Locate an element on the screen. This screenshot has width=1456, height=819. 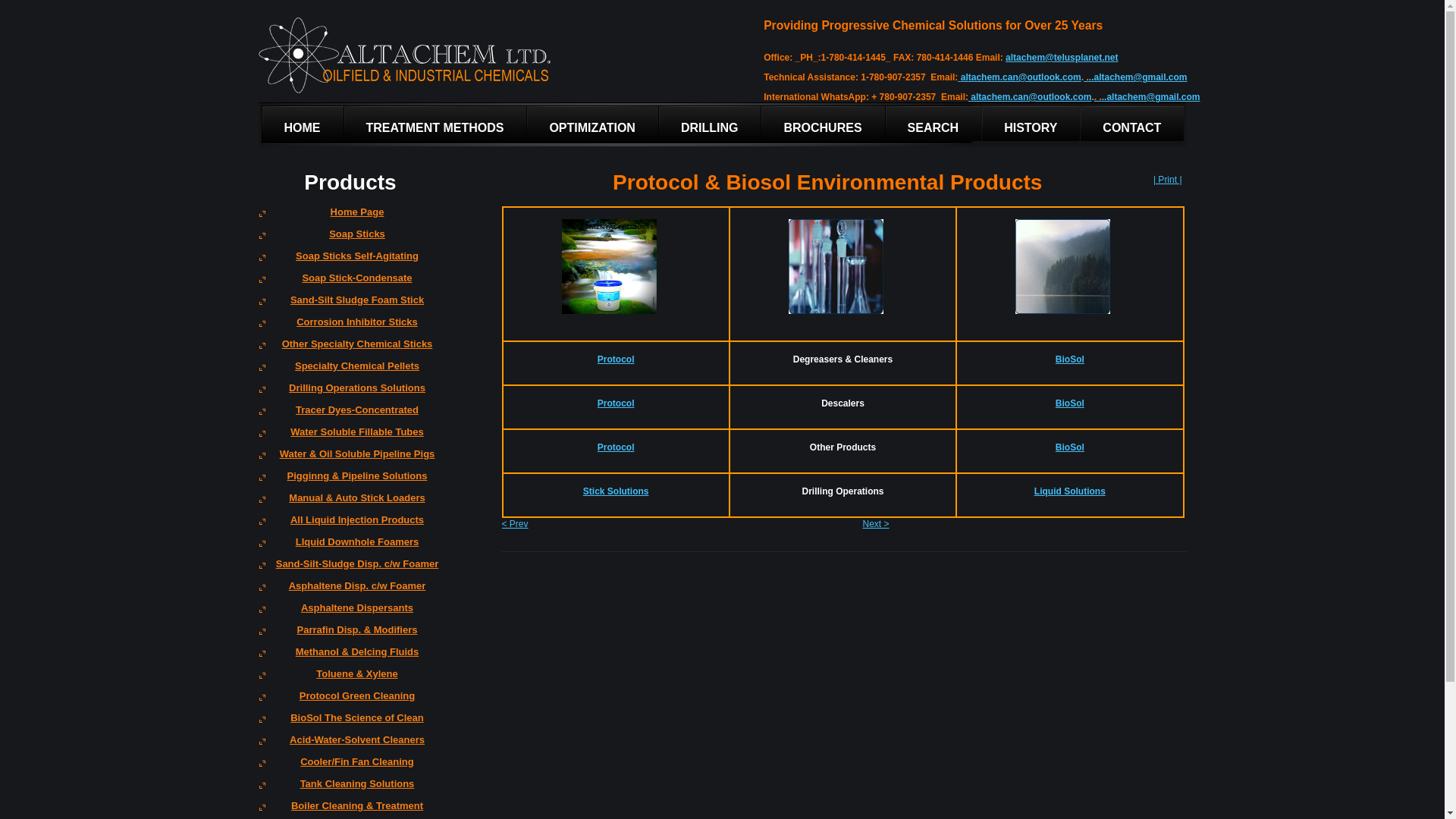
'Protocol' is located at coordinates (616, 359).